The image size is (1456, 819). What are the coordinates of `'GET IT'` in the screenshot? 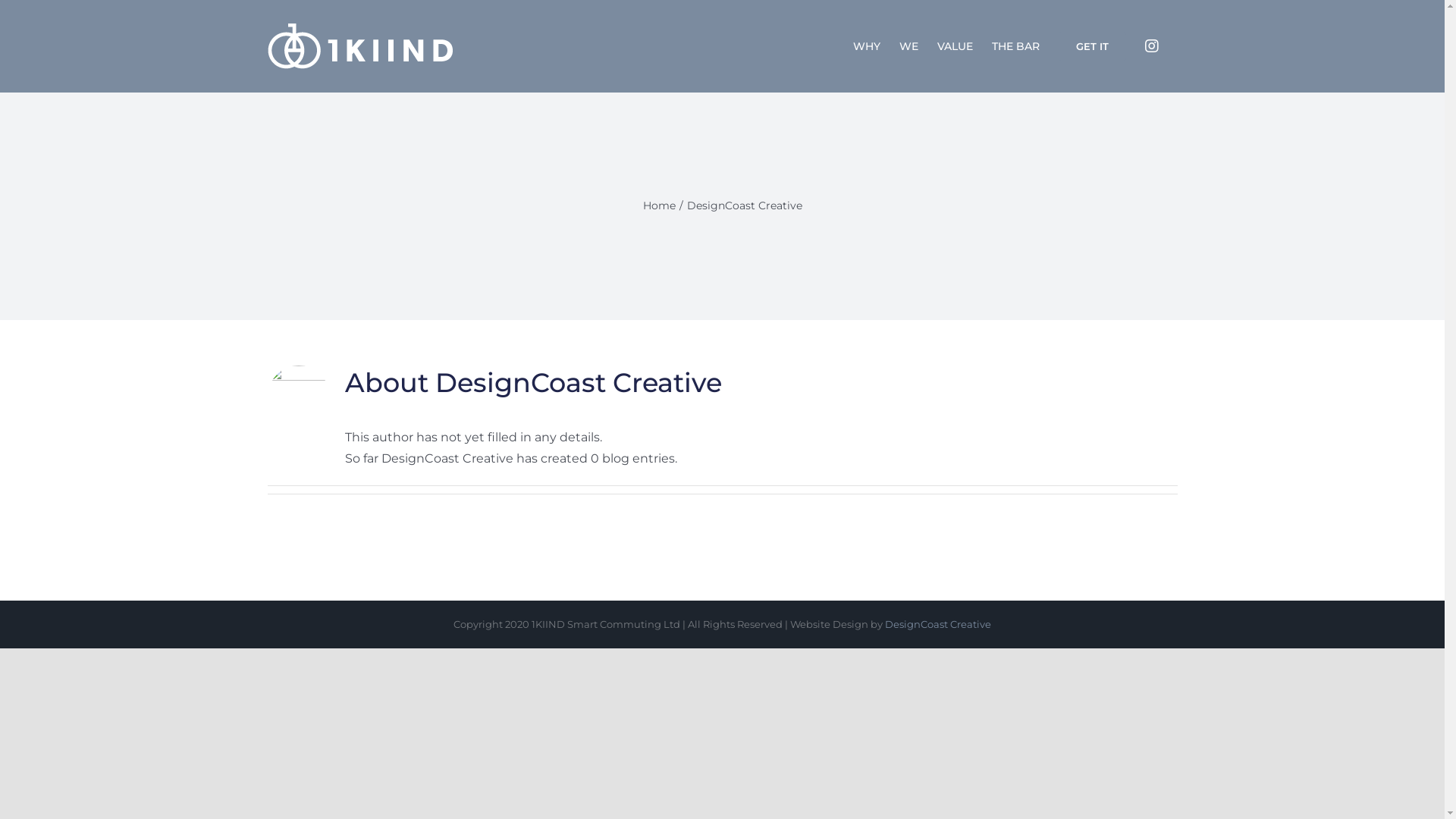 It's located at (1092, 45).